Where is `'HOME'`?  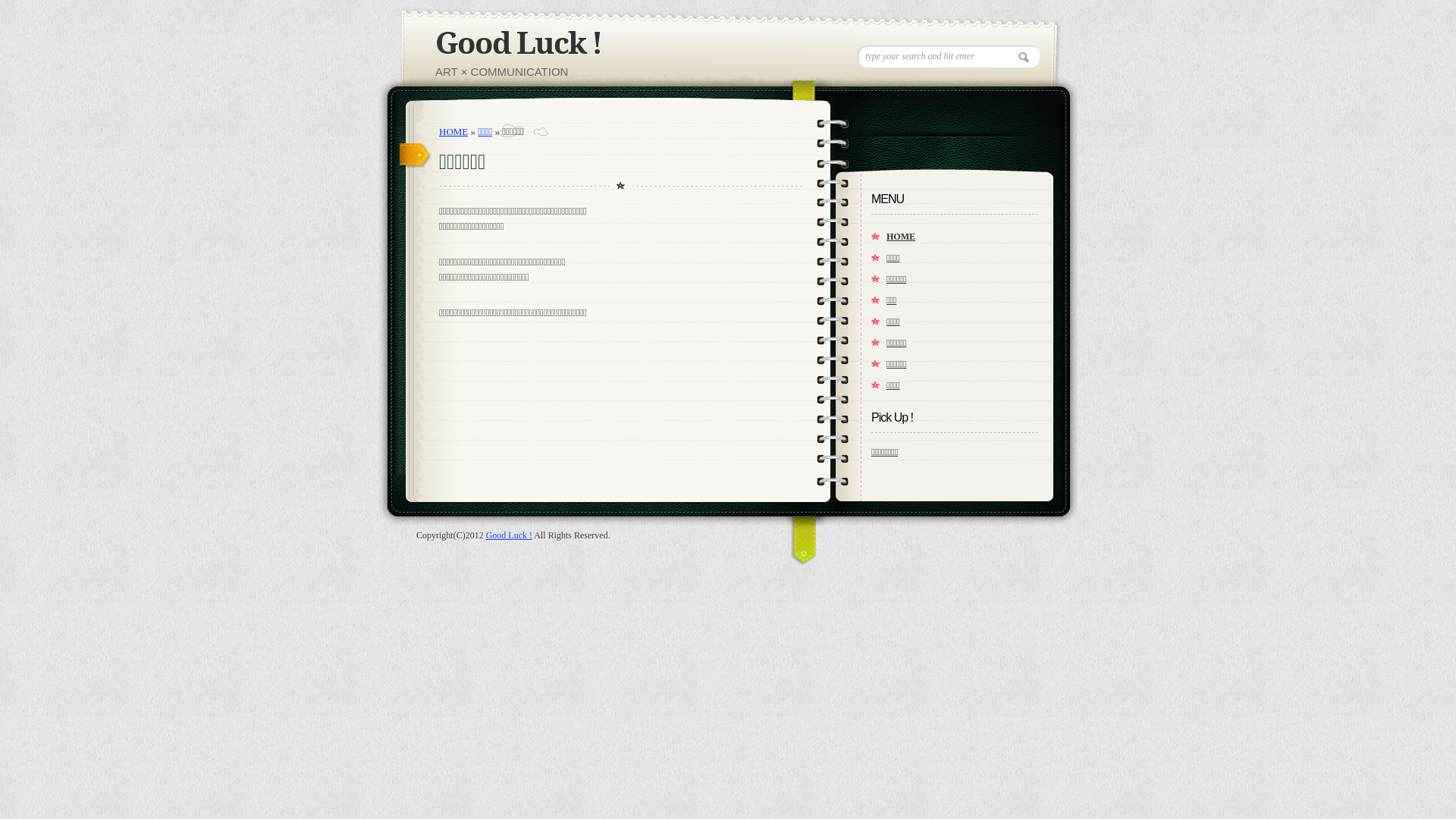 'HOME' is located at coordinates (453, 130).